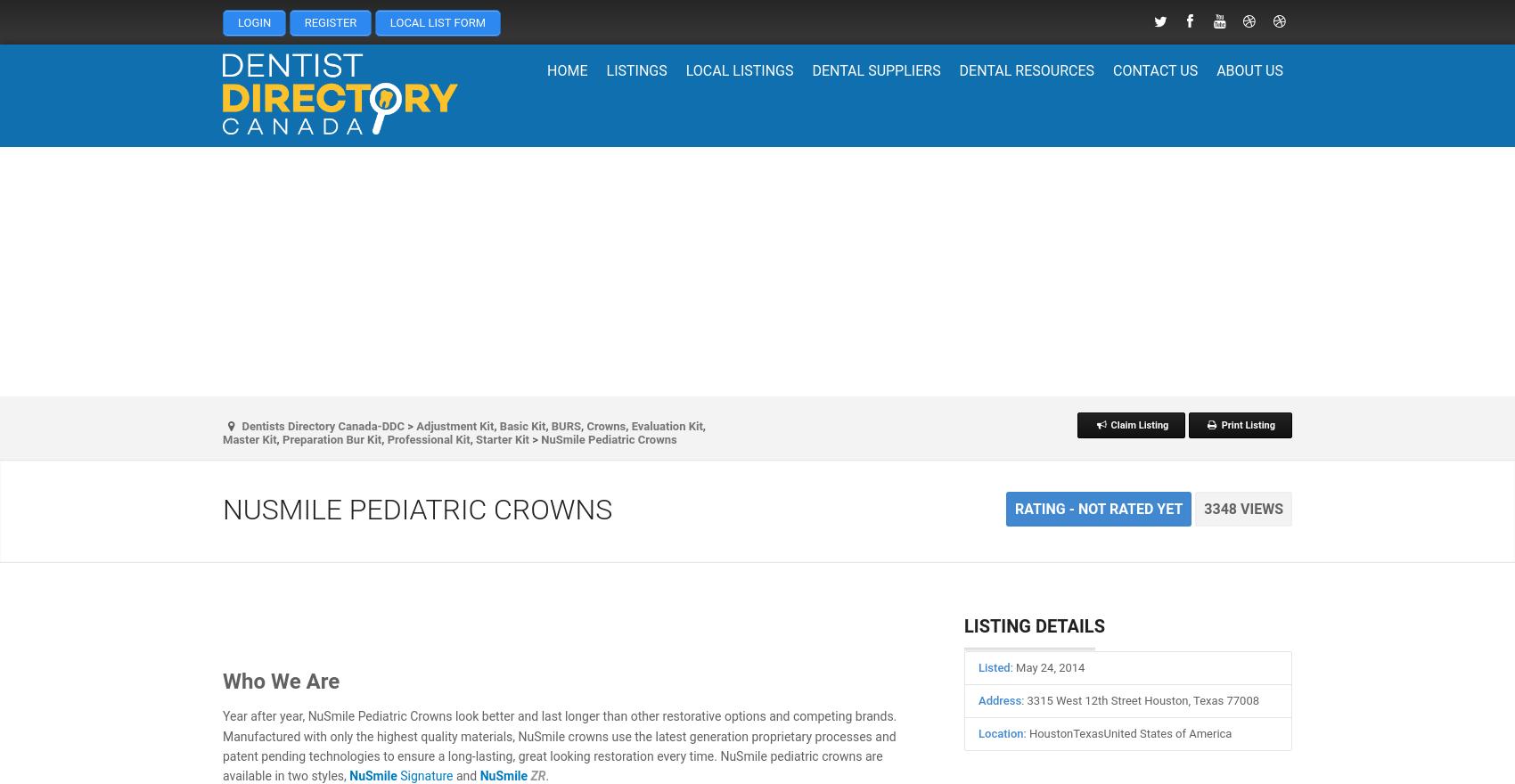 The image size is (1515, 784). I want to click on 'Crowns', so click(606, 426).